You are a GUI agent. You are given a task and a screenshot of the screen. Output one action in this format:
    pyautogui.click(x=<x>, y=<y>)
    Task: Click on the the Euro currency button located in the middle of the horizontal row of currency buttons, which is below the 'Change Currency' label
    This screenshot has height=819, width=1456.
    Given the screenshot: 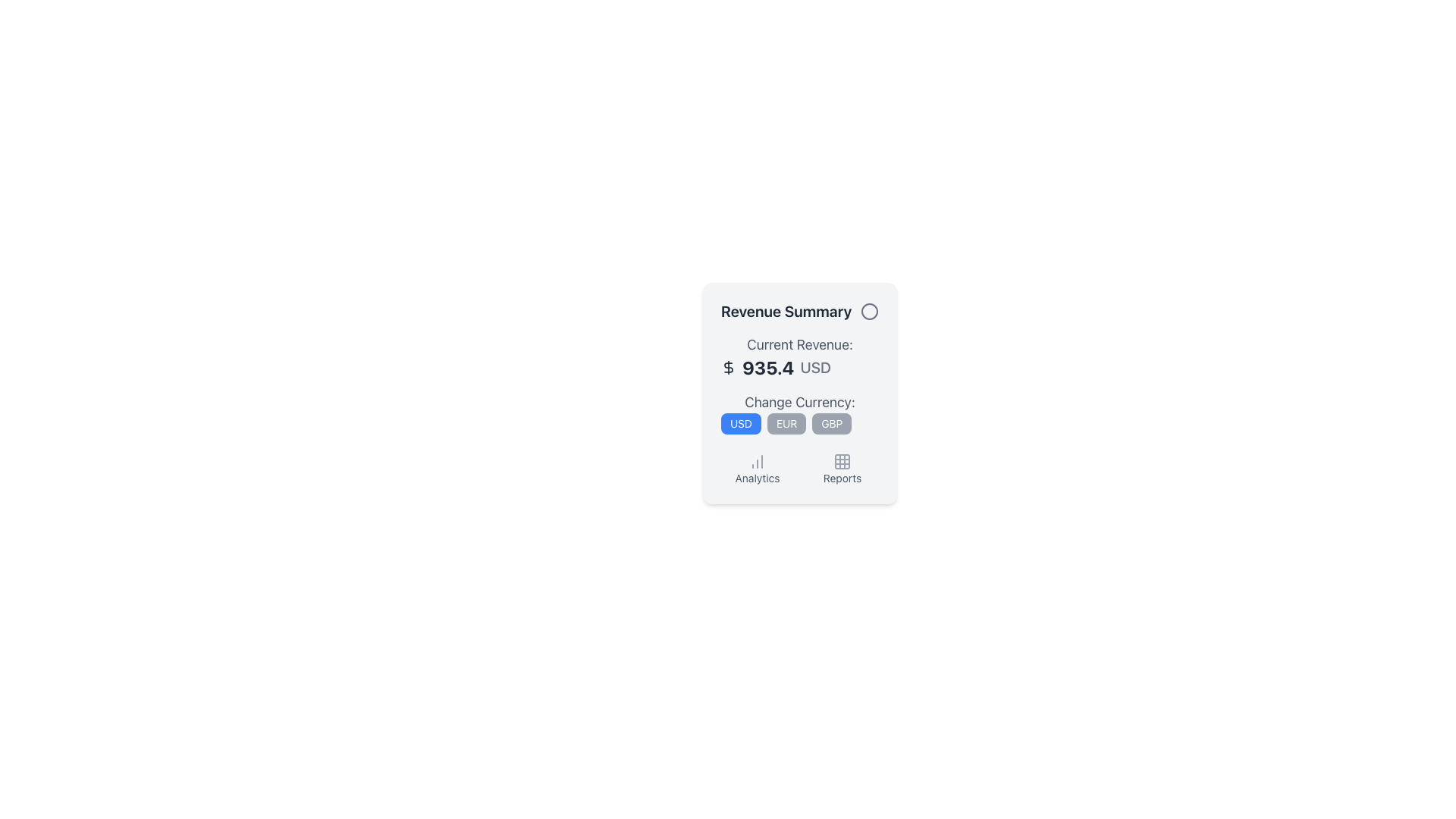 What is the action you would take?
    pyautogui.click(x=786, y=424)
    